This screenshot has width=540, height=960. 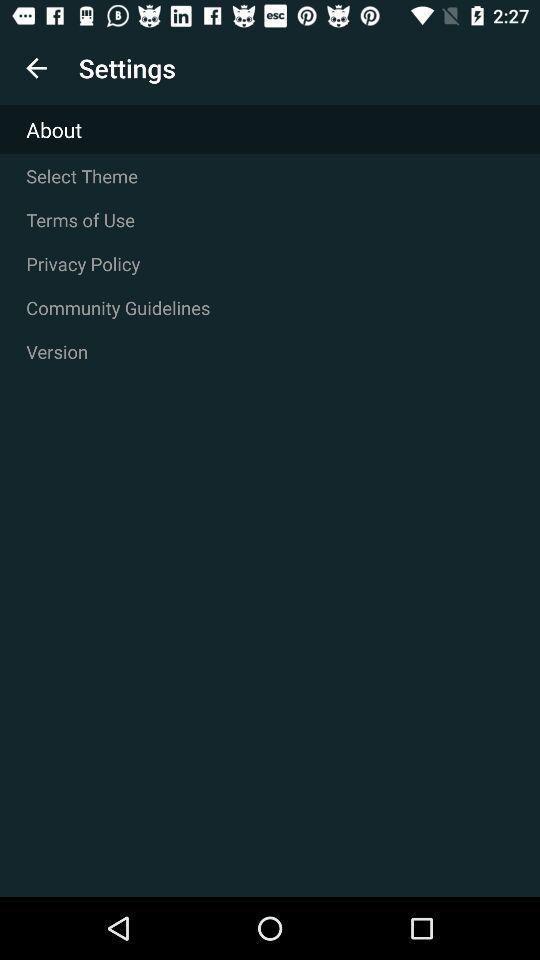 What do you see at coordinates (270, 263) in the screenshot?
I see `item above the community guidelines icon` at bounding box center [270, 263].